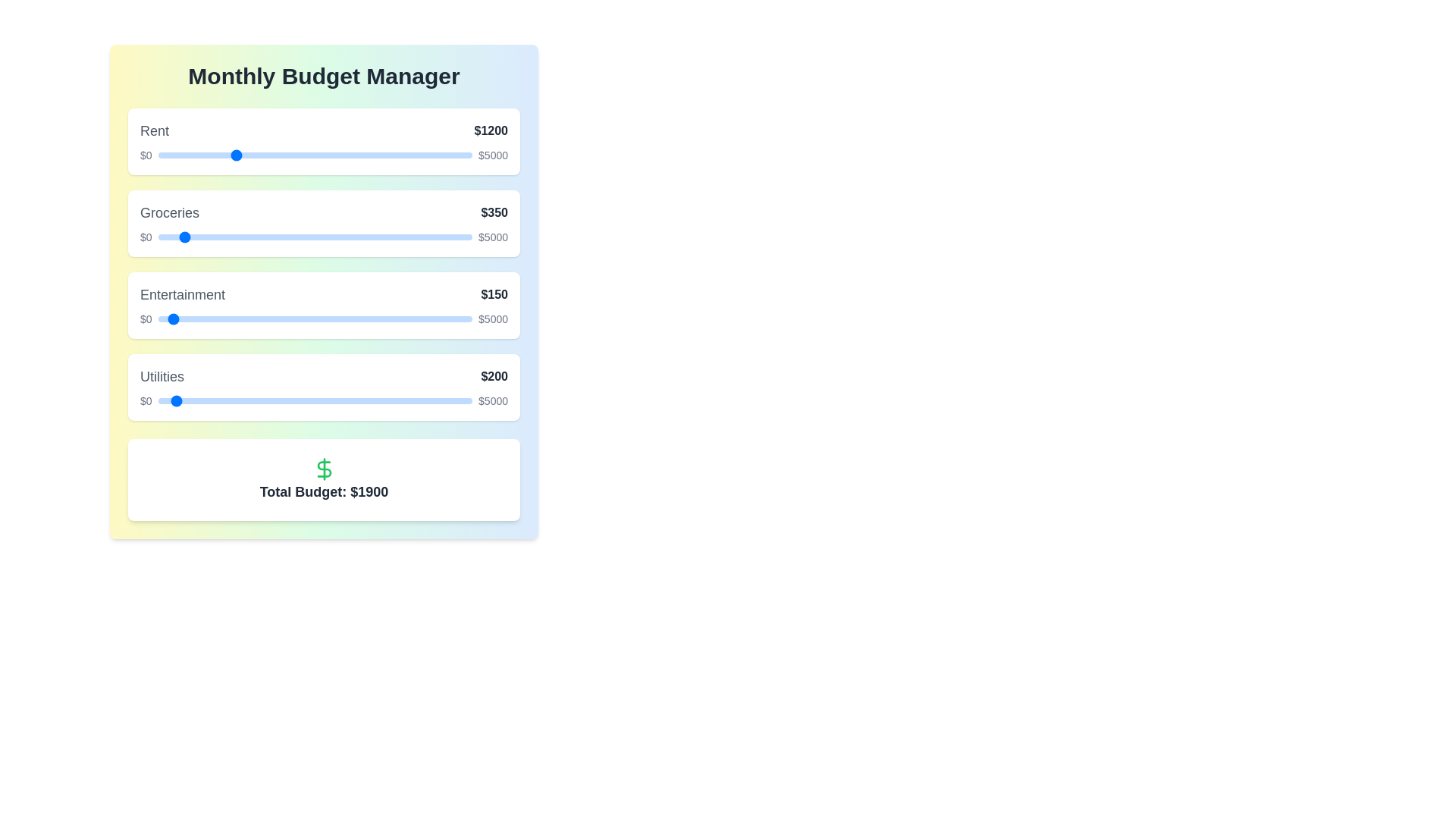 Image resolution: width=1456 pixels, height=819 pixels. I want to click on the groceries budget slider, so click(199, 237).